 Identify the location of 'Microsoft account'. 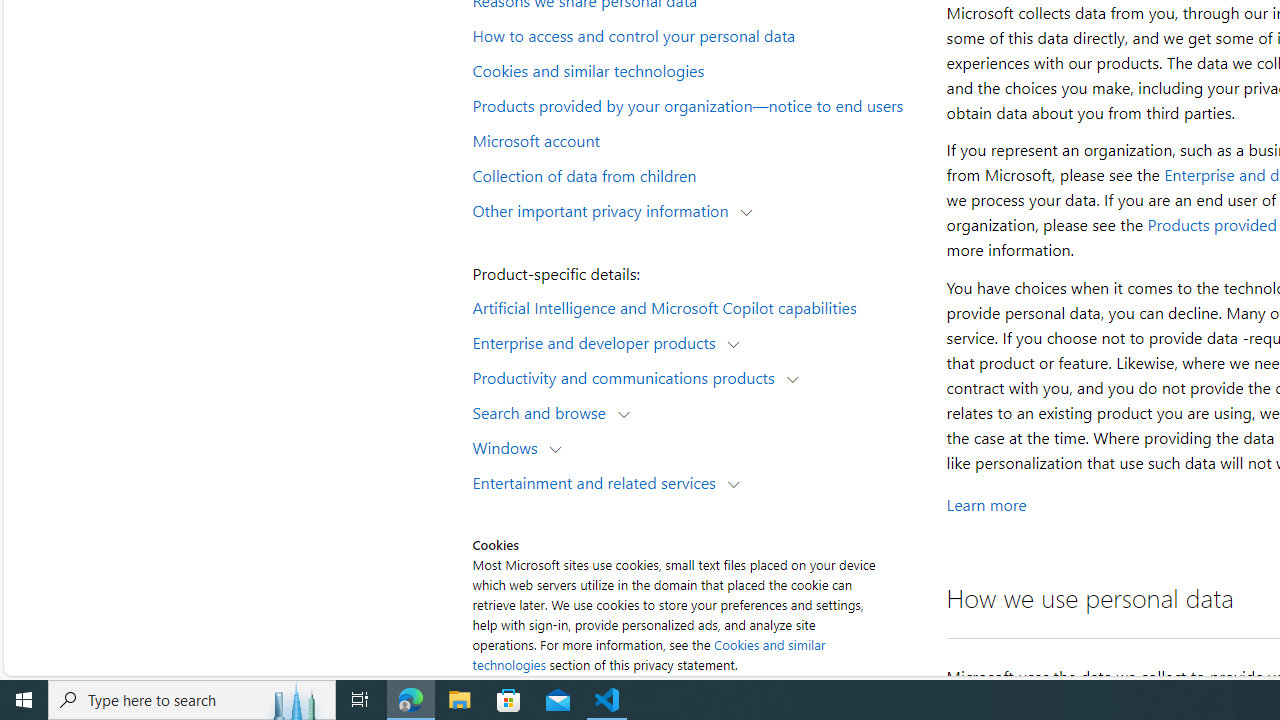
(696, 138).